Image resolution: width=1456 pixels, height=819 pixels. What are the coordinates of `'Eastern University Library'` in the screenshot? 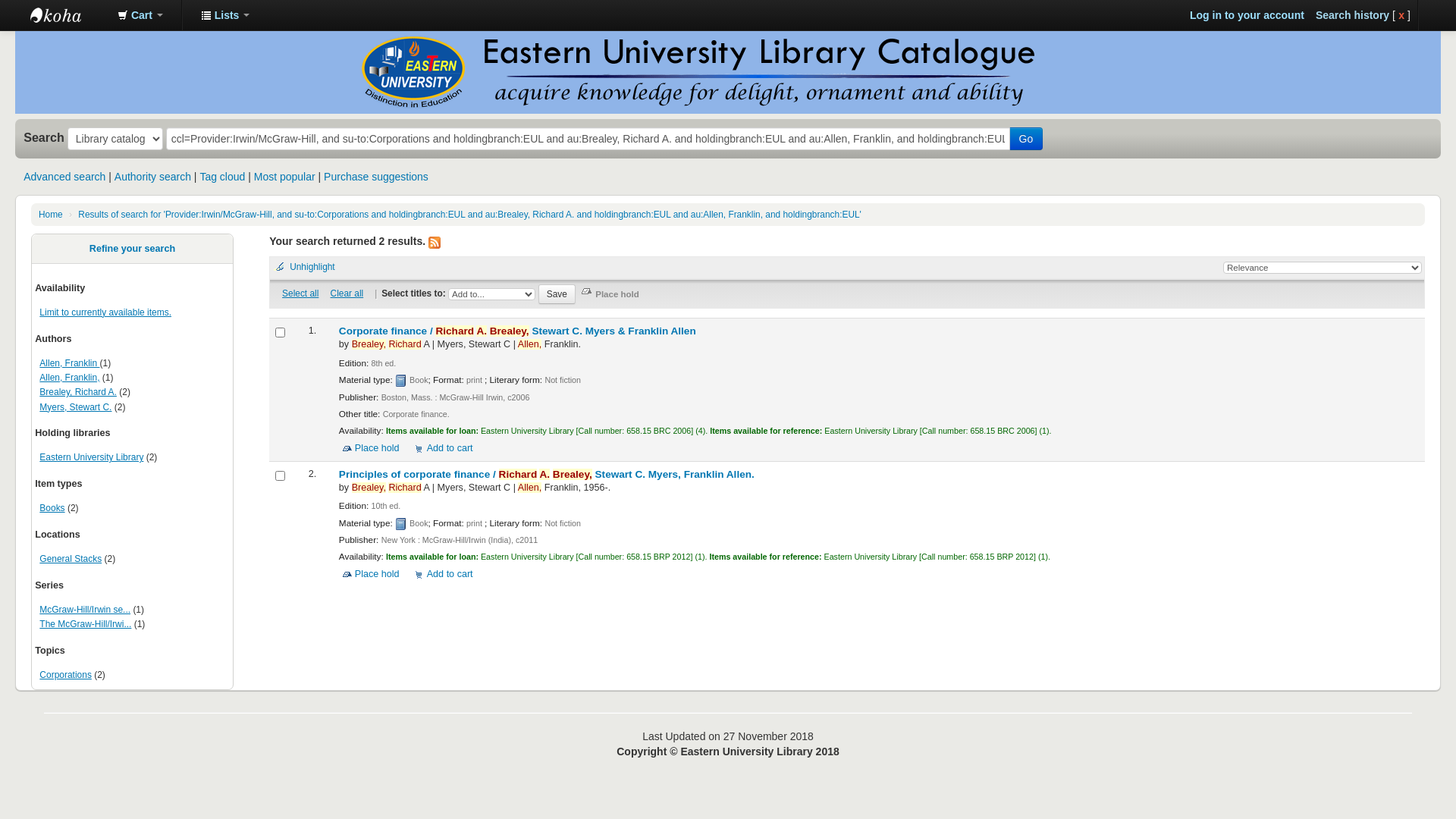 It's located at (90, 456).